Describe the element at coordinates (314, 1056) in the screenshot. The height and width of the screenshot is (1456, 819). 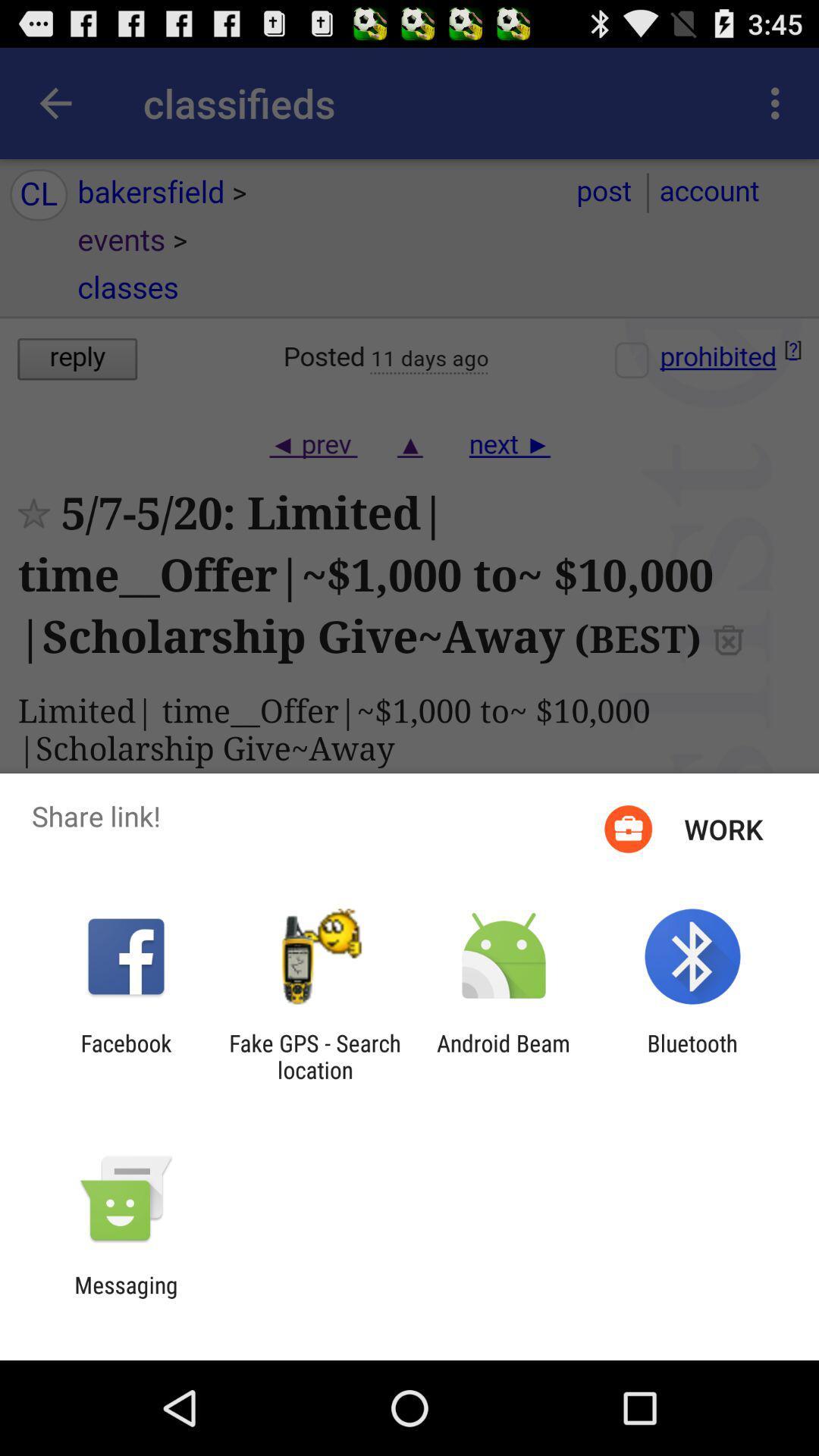
I see `the app to the right of the facebook item` at that location.